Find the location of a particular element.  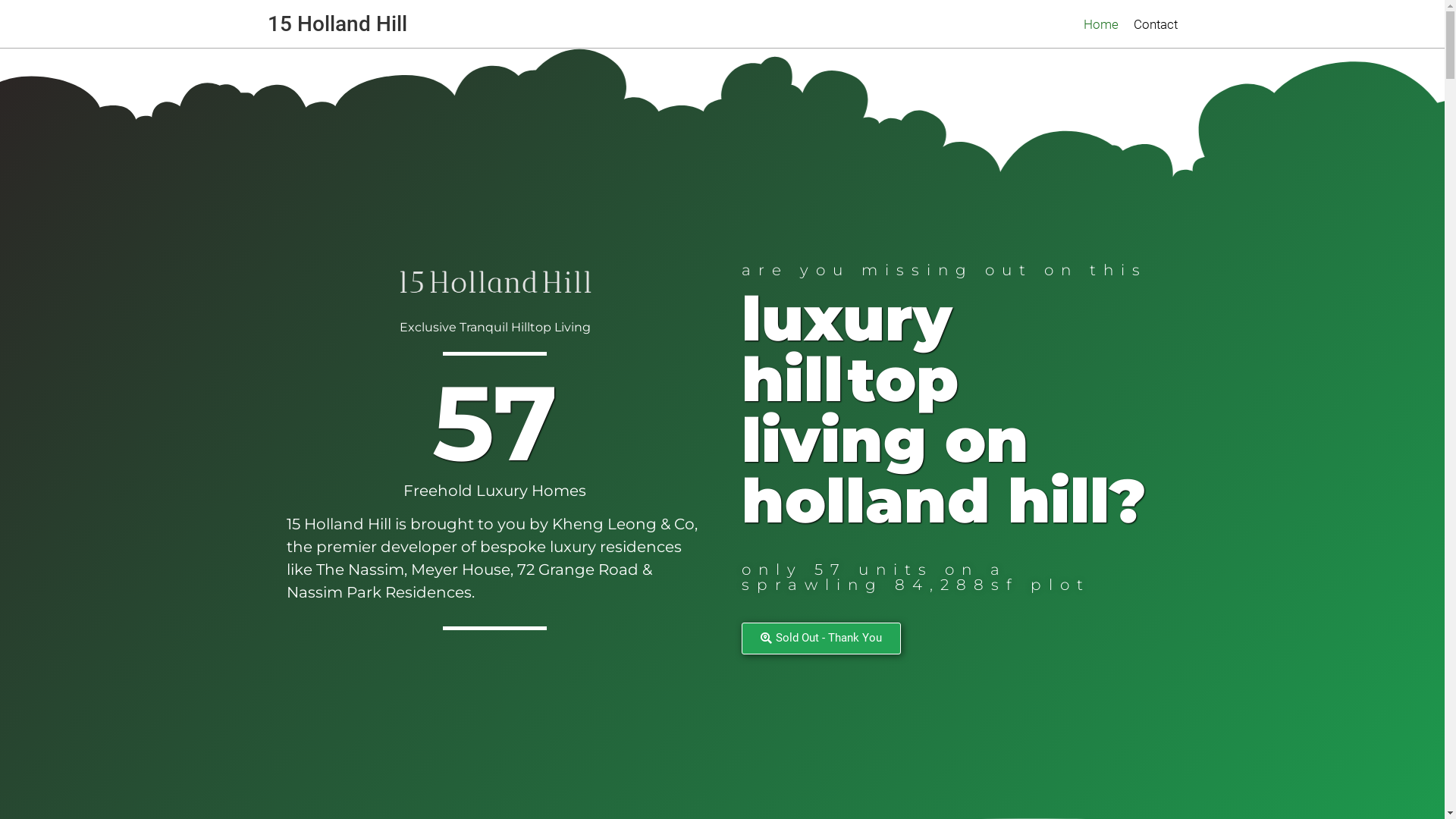

'15 Holland Hill' is located at coordinates (336, 23).